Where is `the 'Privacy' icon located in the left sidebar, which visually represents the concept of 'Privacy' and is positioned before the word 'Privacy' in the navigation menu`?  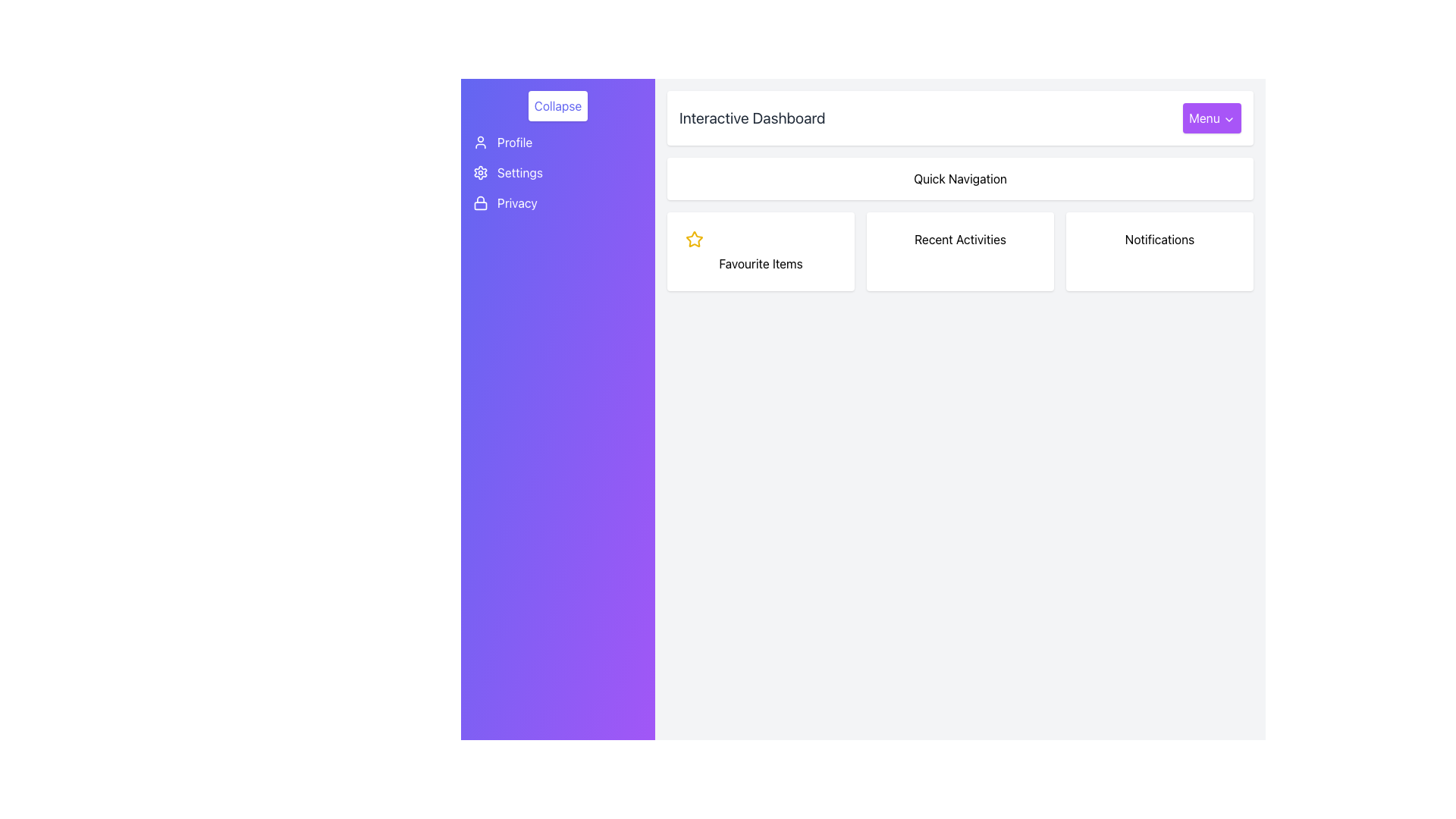
the 'Privacy' icon located in the left sidebar, which visually represents the concept of 'Privacy' and is positioned before the word 'Privacy' in the navigation menu is located at coordinates (479, 202).